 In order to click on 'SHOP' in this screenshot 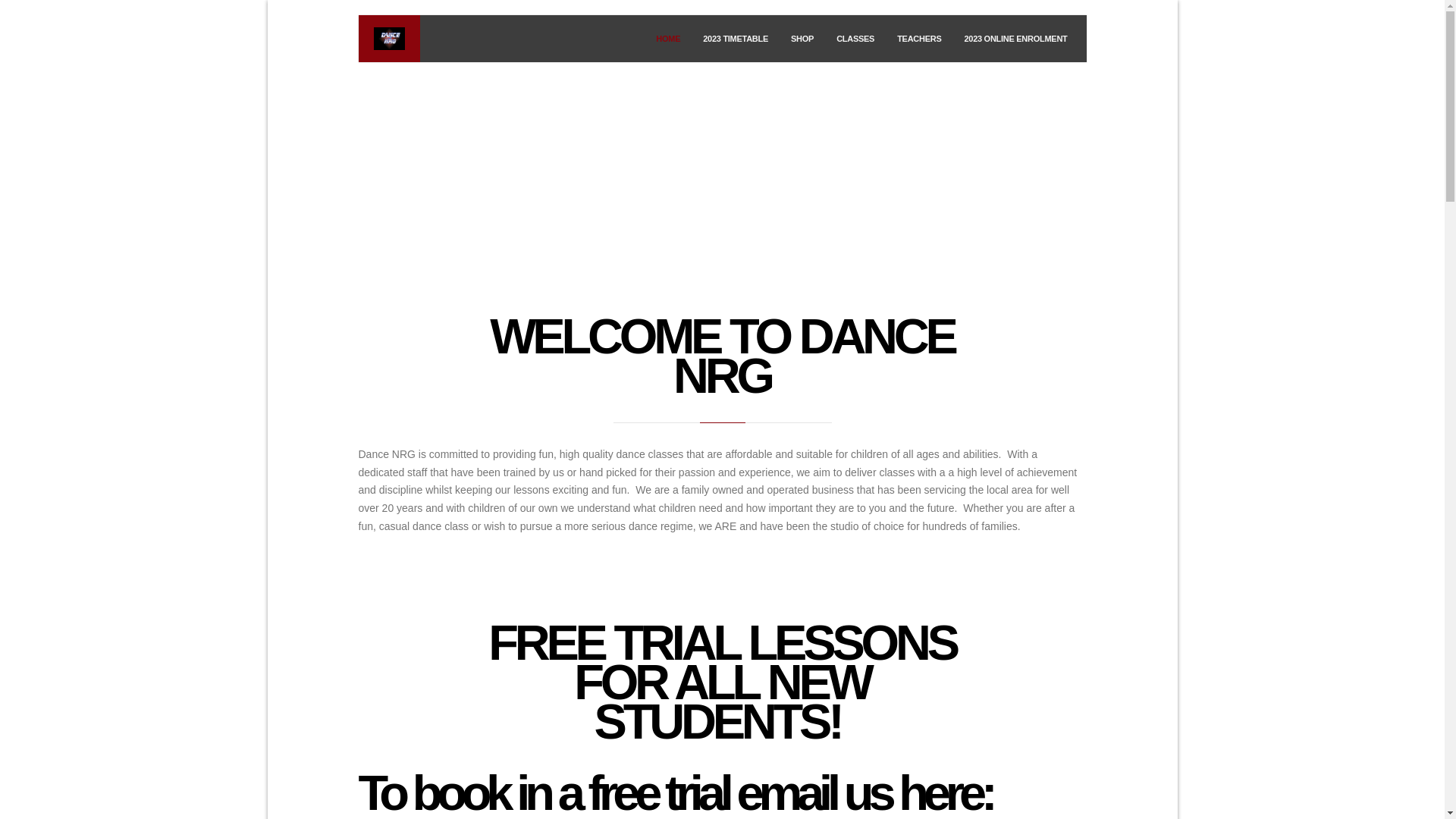, I will do `click(801, 38)`.